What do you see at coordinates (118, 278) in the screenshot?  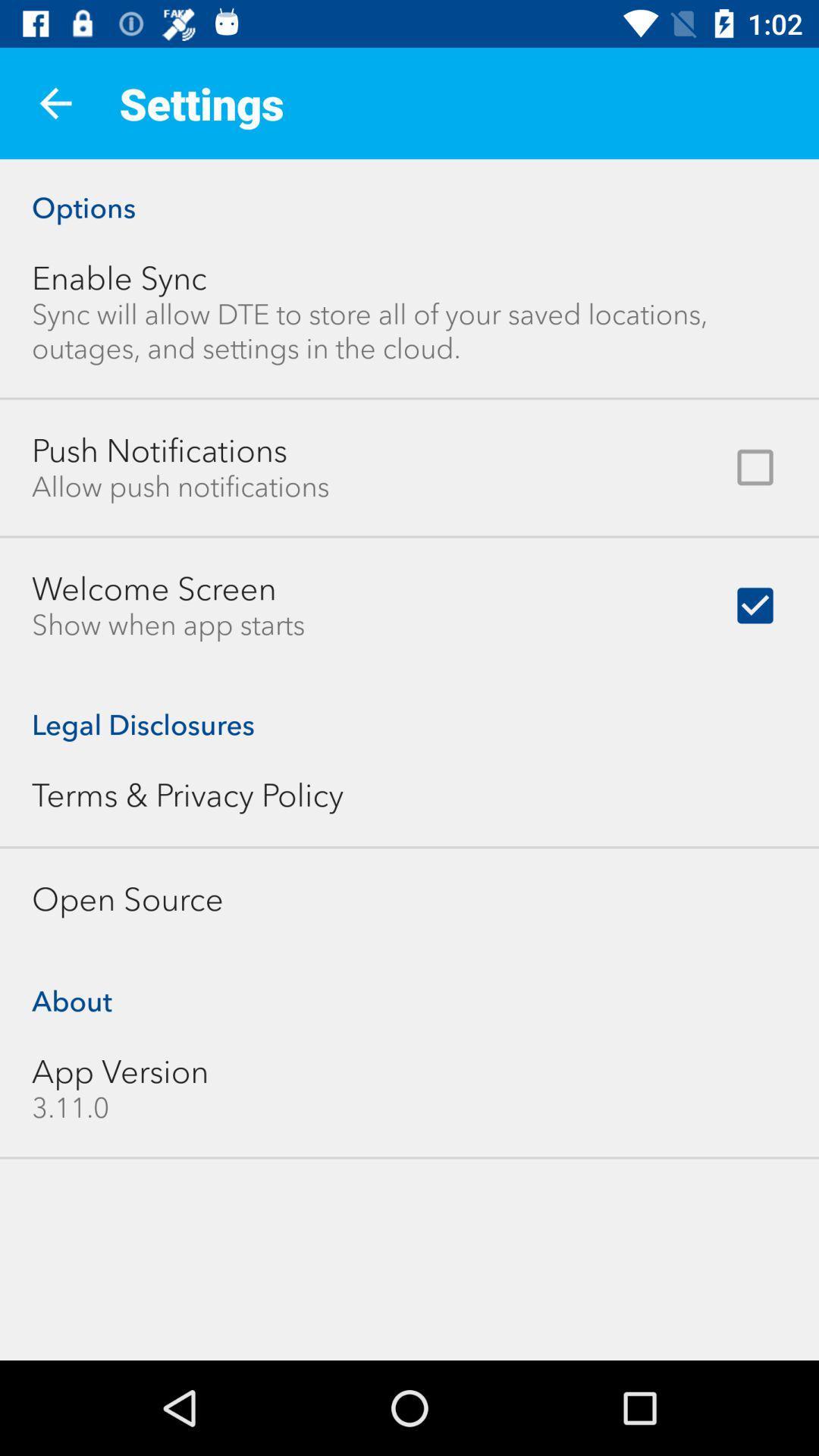 I see `item above the sync will allow icon` at bounding box center [118, 278].